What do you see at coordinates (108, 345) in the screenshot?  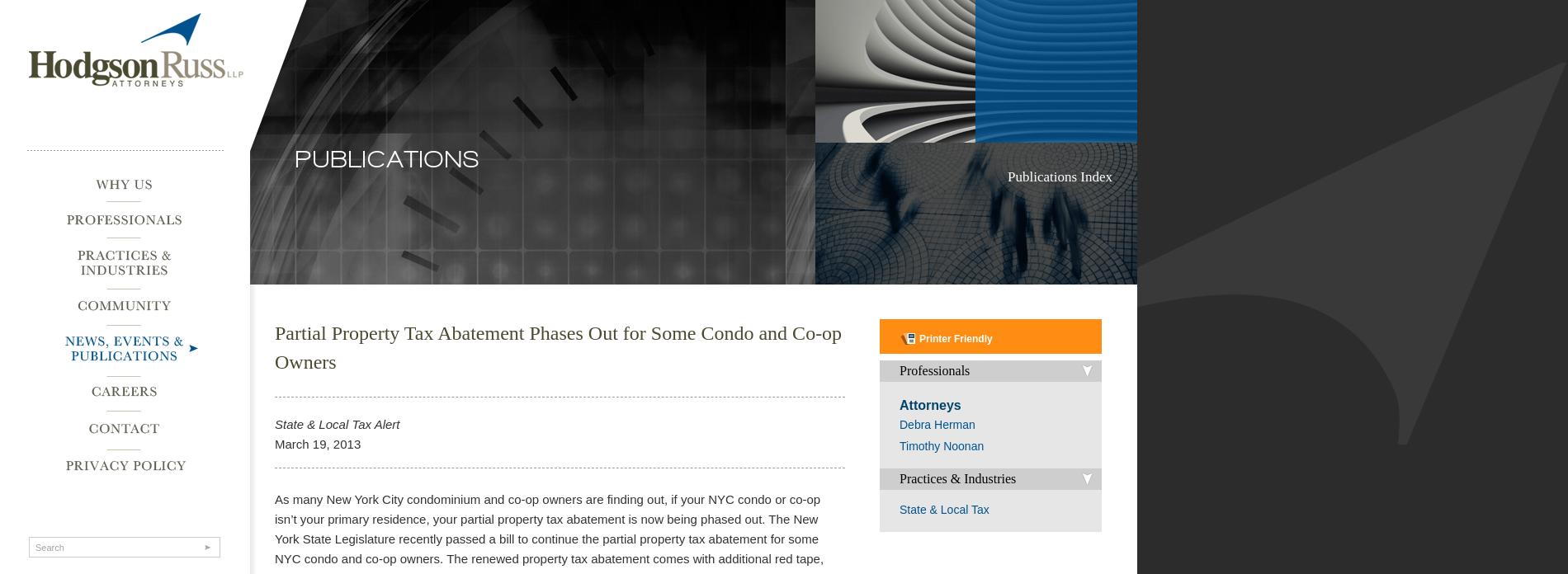 I see `'News, Events & Publications'` at bounding box center [108, 345].